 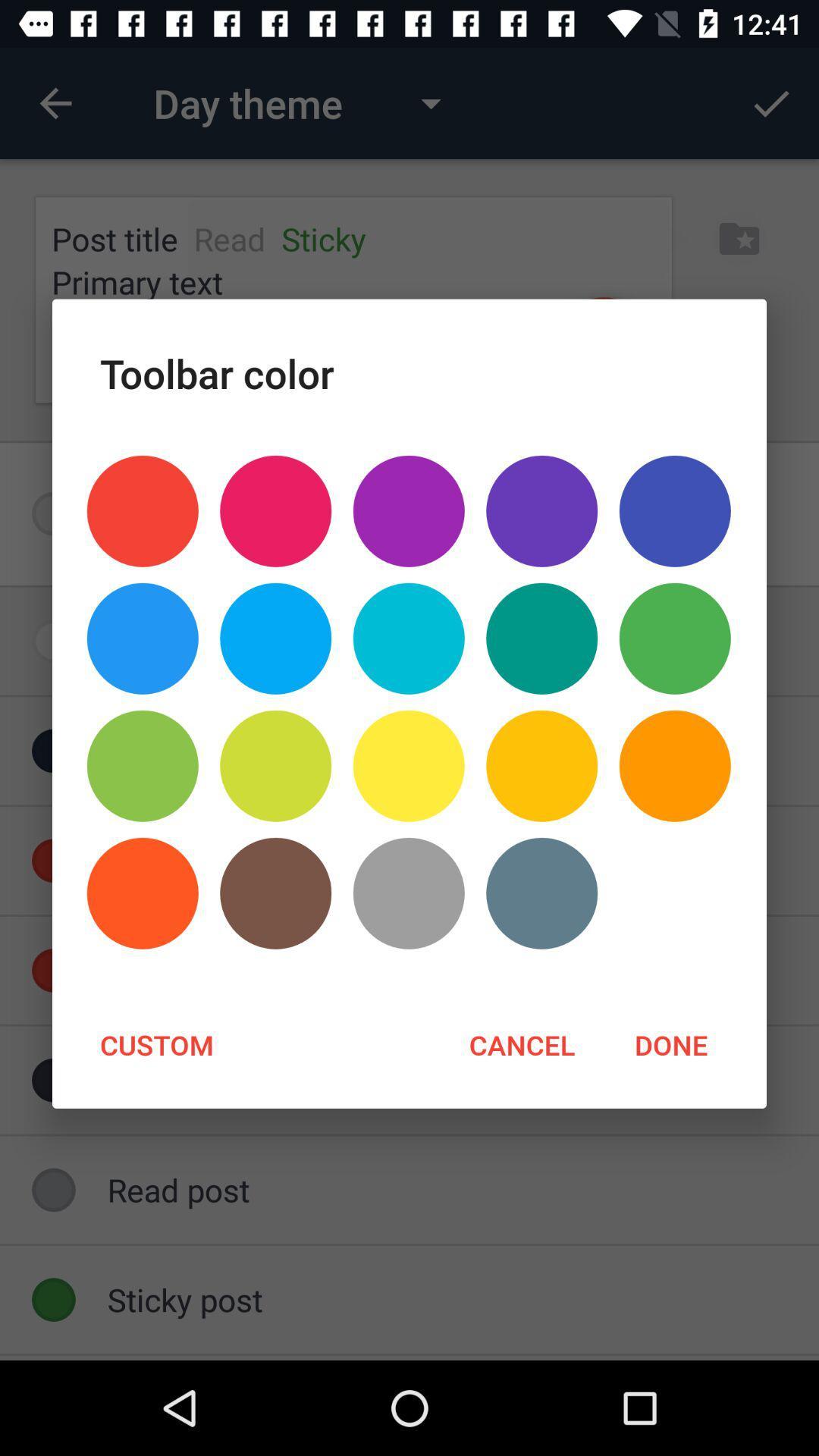 I want to click on icon below toolbar color icon, so click(x=674, y=511).